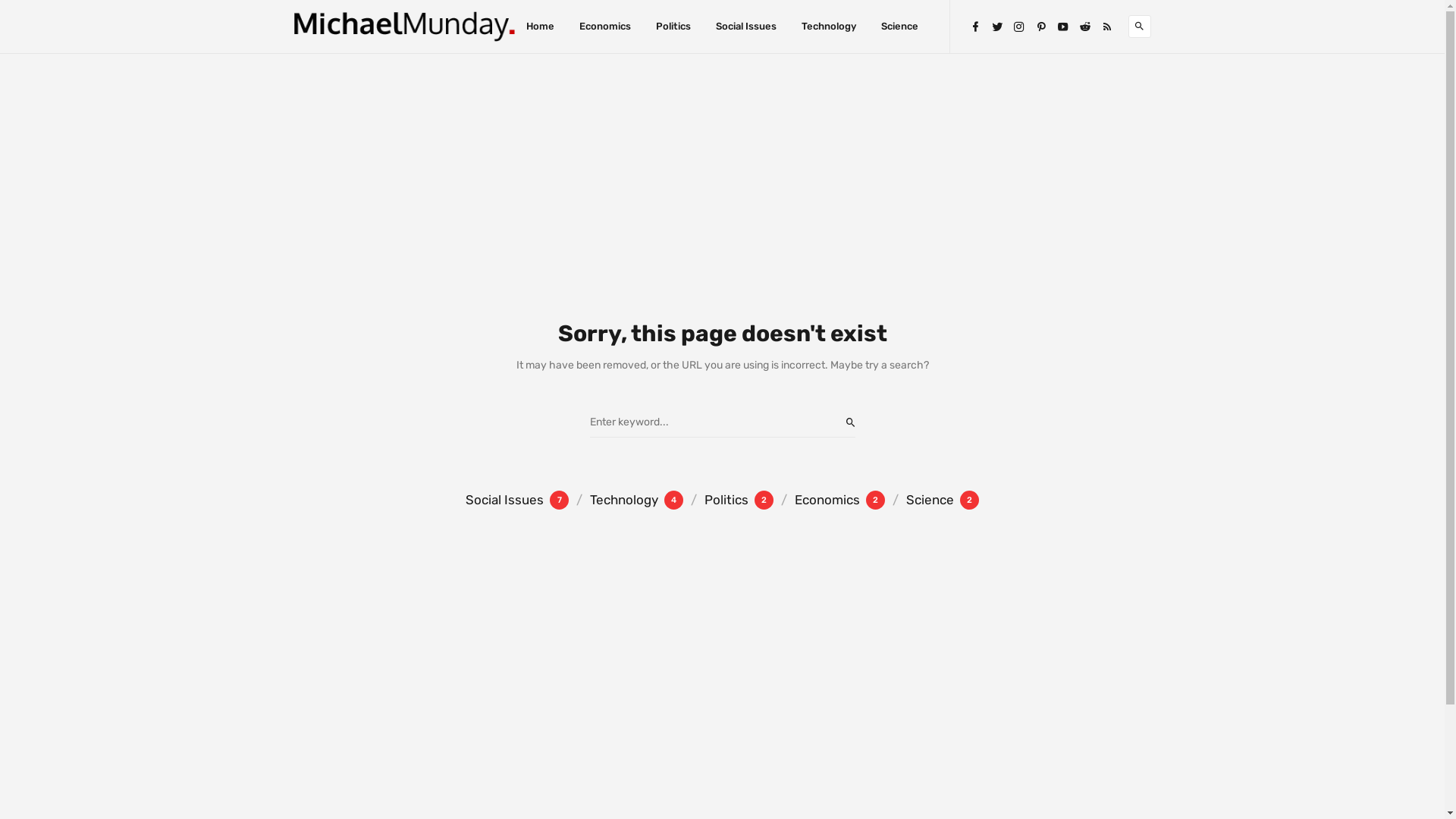 This screenshot has height=819, width=1456. I want to click on 'Social Issues', so click(745, 26).